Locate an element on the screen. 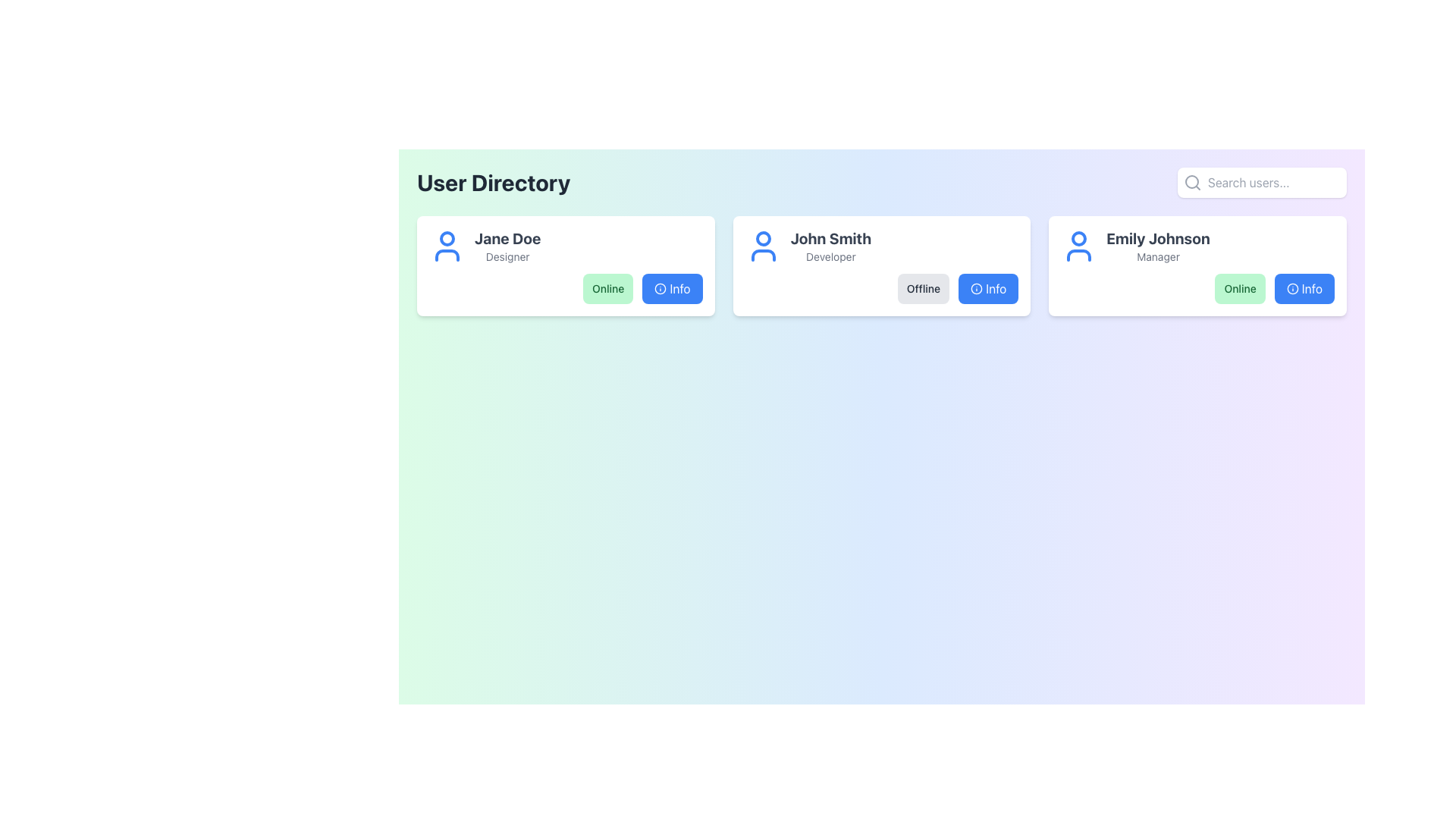  the text label displaying 'Developer', which is positioned below the bold text 'John Smith' in the profile card is located at coordinates (830, 256).